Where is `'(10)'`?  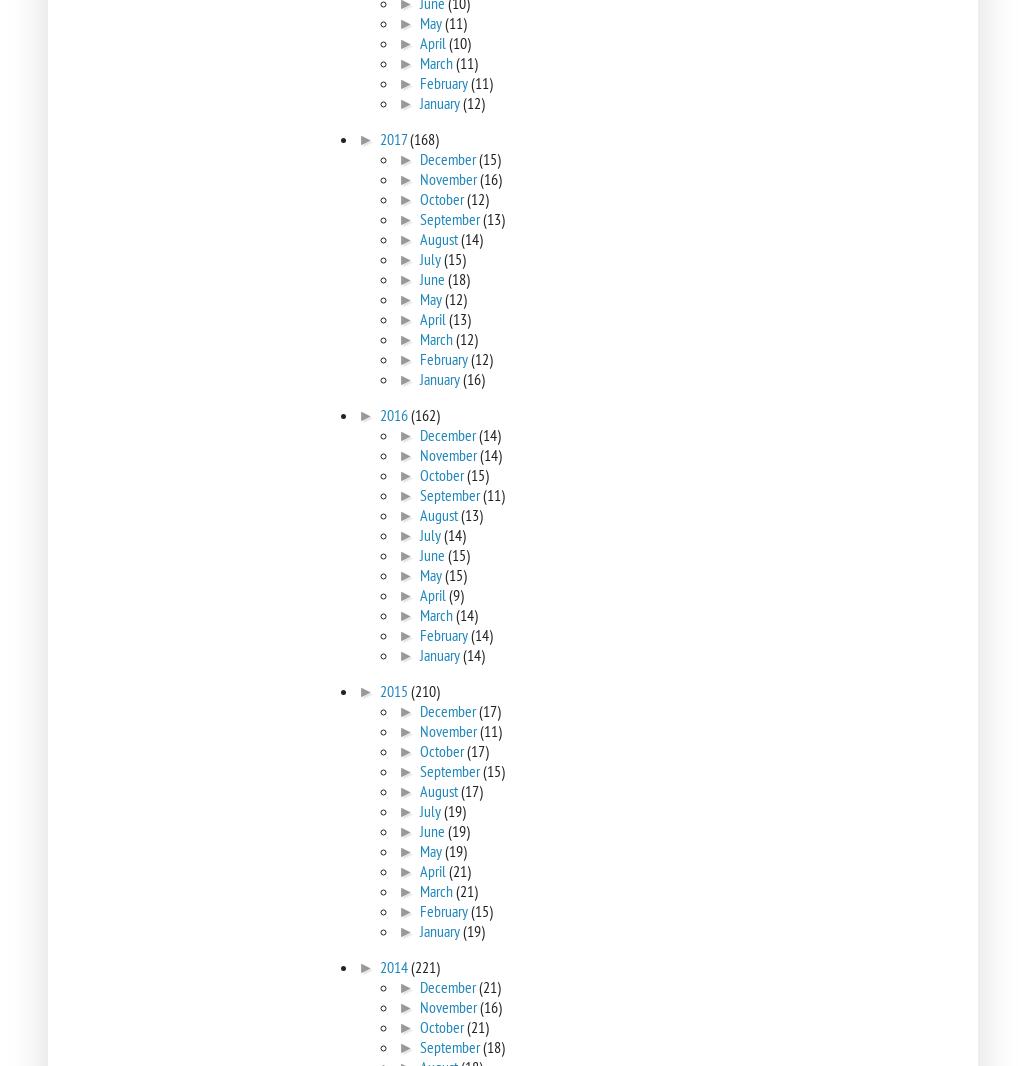 '(10)' is located at coordinates (459, 41).